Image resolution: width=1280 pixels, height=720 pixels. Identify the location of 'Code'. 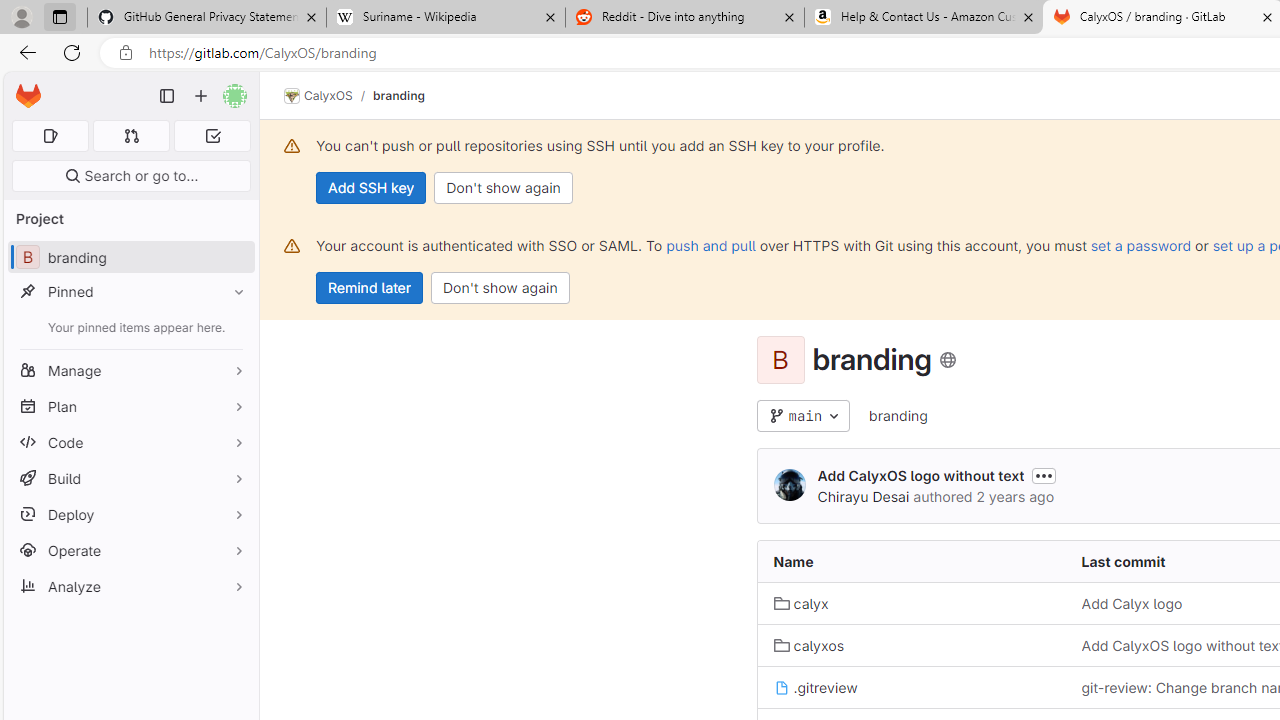
(130, 441).